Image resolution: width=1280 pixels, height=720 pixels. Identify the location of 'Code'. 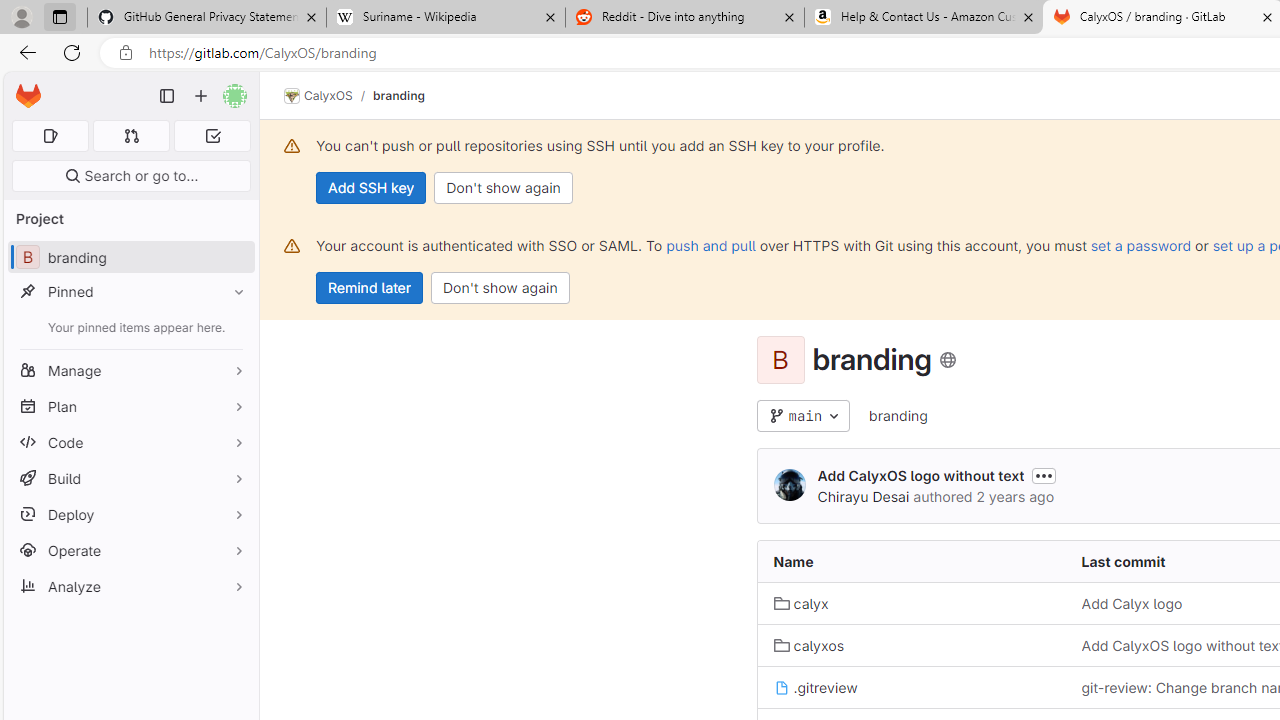
(130, 441).